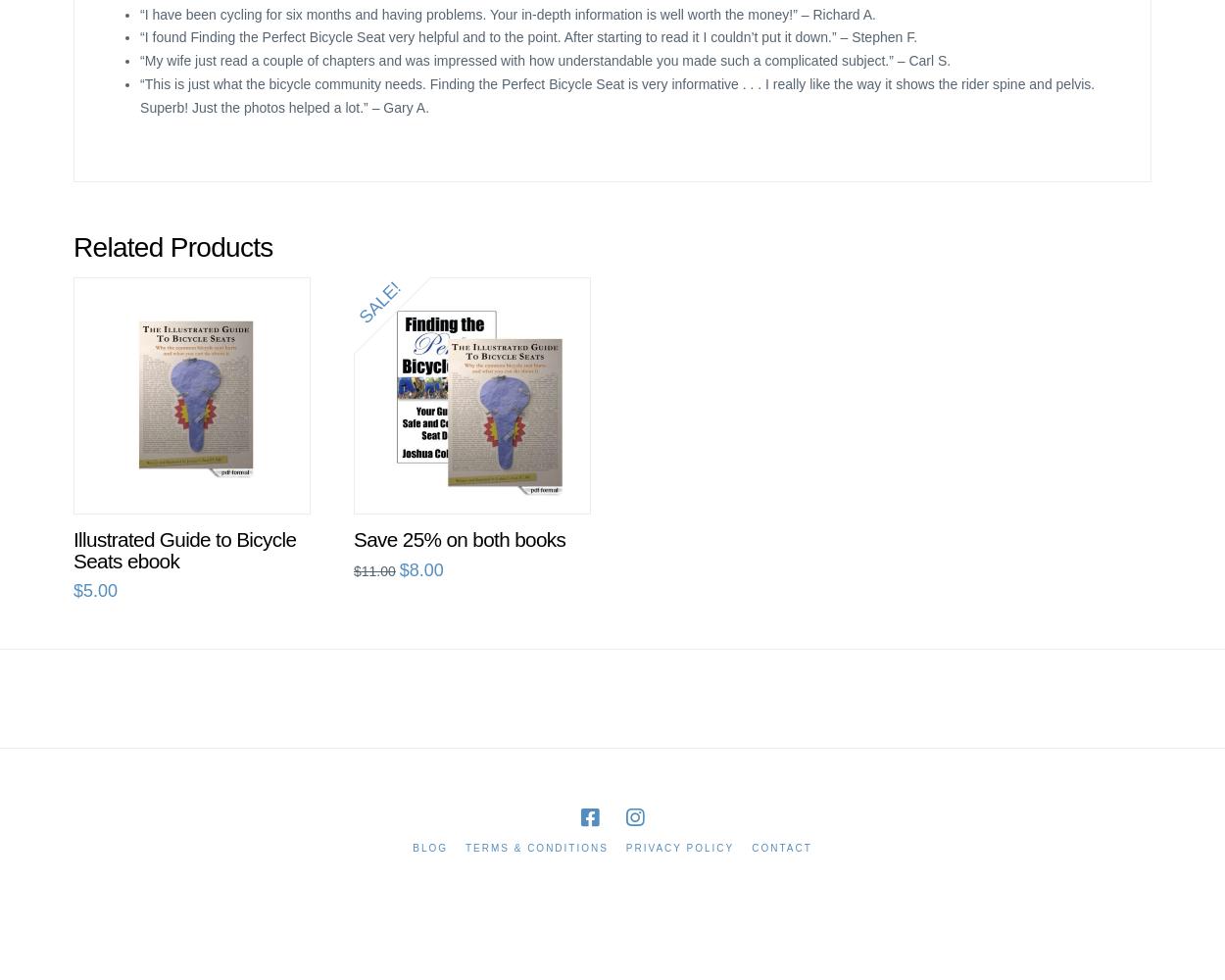 The image size is (1225, 980). What do you see at coordinates (536, 847) in the screenshot?
I see `'Terms & Conditions'` at bounding box center [536, 847].